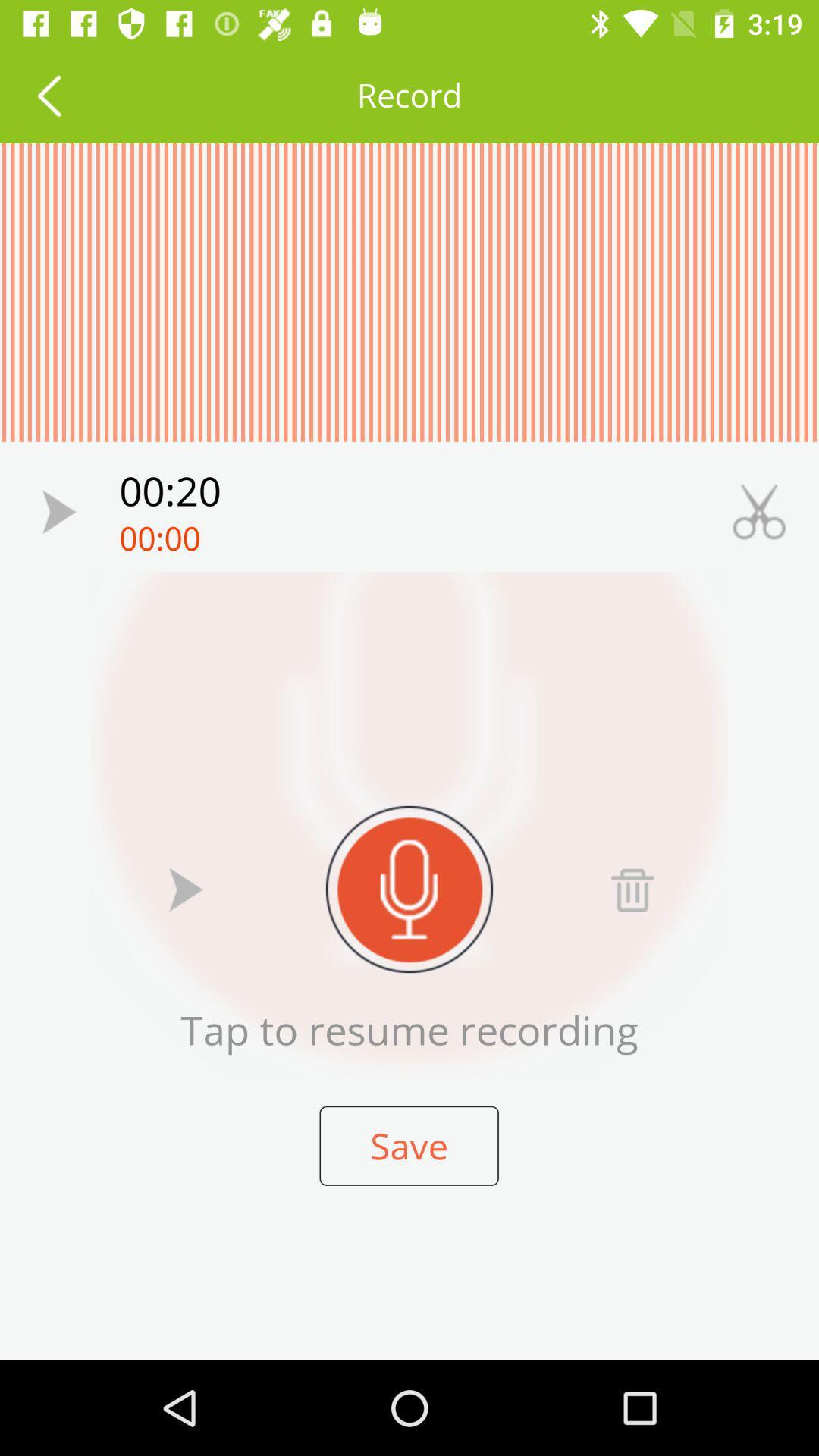 This screenshot has width=819, height=1456. Describe the element at coordinates (759, 512) in the screenshot. I see `cut a section` at that location.